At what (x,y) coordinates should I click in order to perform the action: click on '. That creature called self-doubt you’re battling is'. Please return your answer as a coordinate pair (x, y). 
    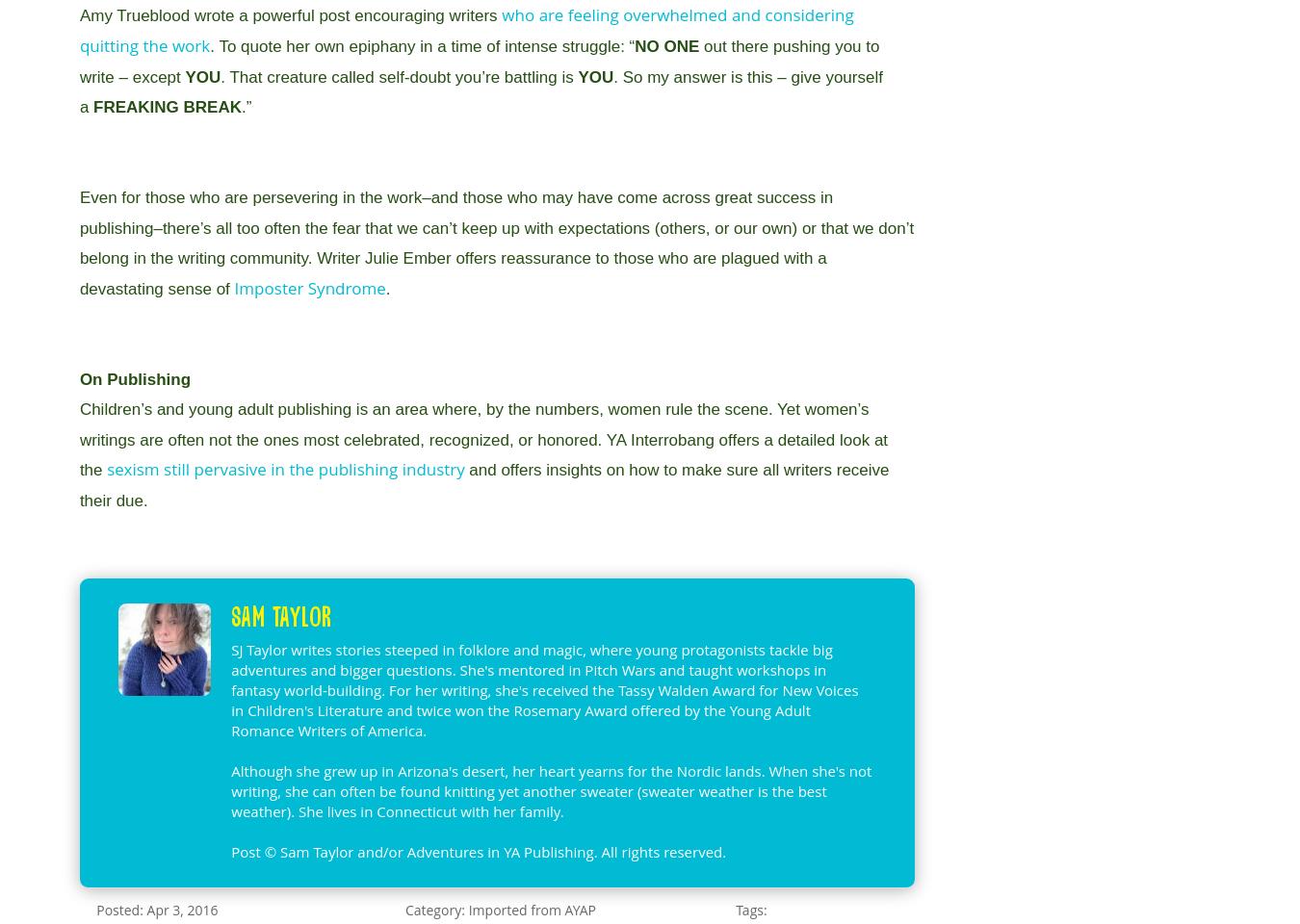
    Looking at the image, I should click on (219, 76).